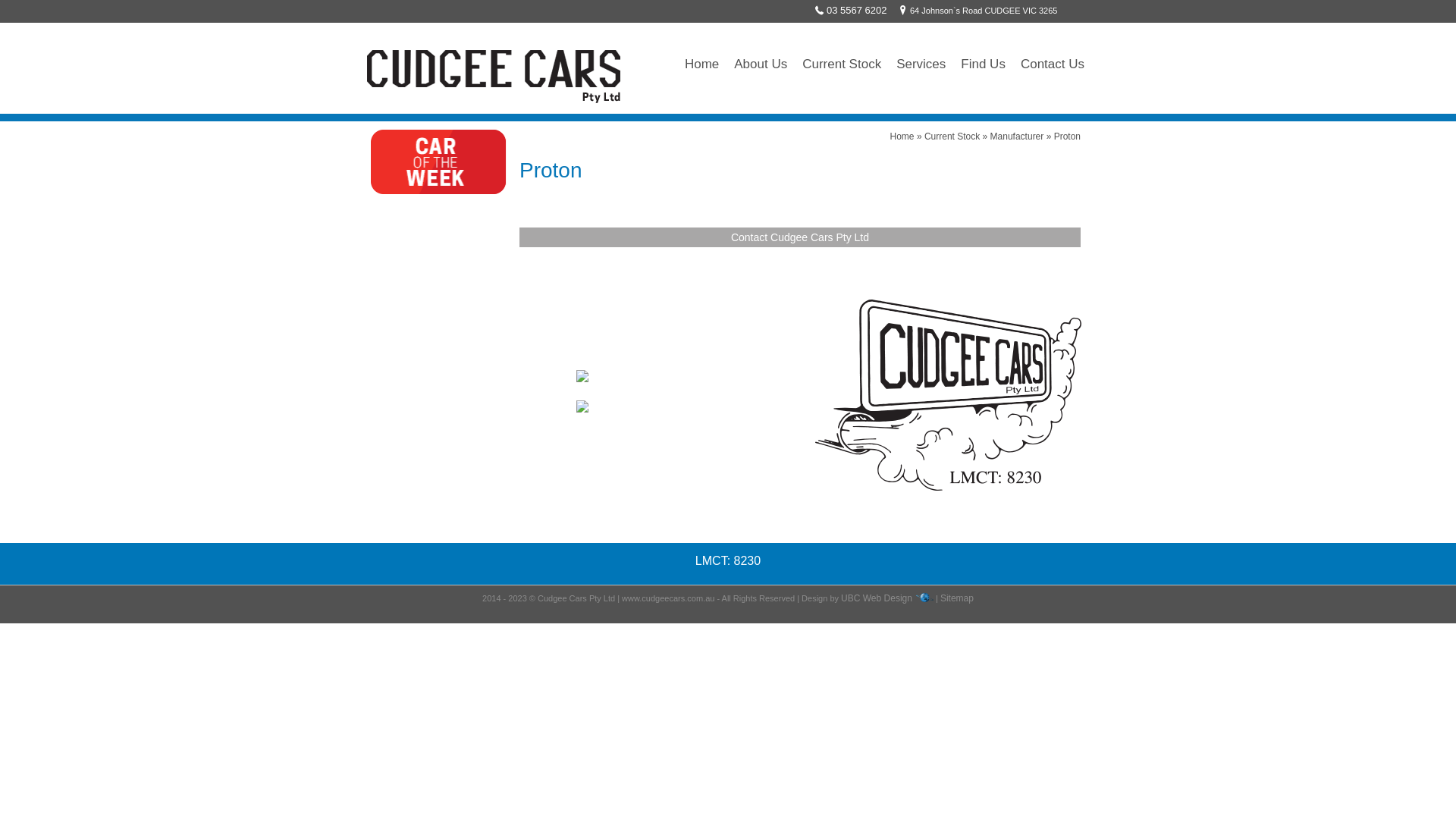 This screenshot has width=1456, height=819. What do you see at coordinates (902, 136) in the screenshot?
I see `'Home'` at bounding box center [902, 136].